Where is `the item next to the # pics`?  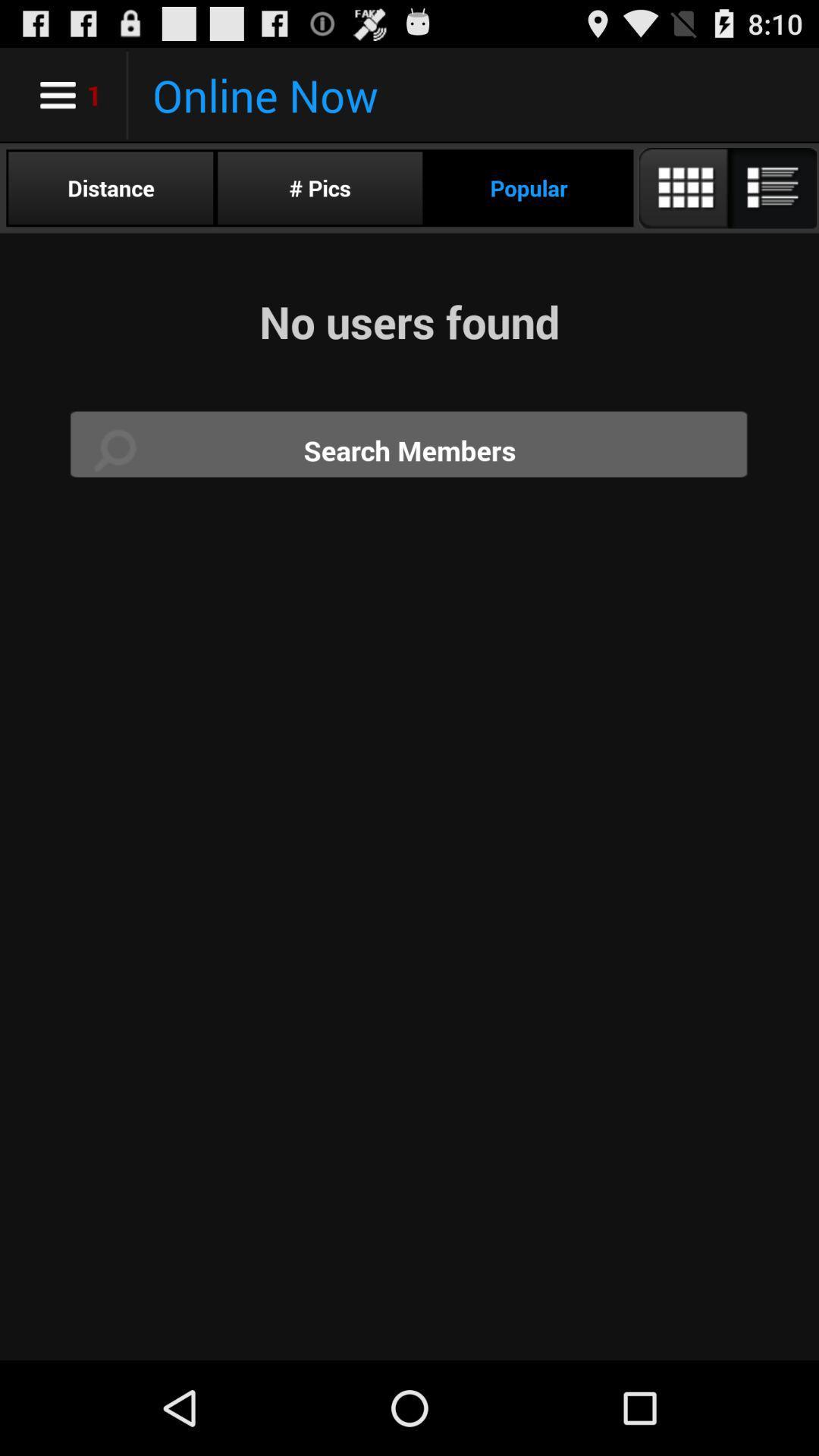
the item next to the # pics is located at coordinates (110, 187).